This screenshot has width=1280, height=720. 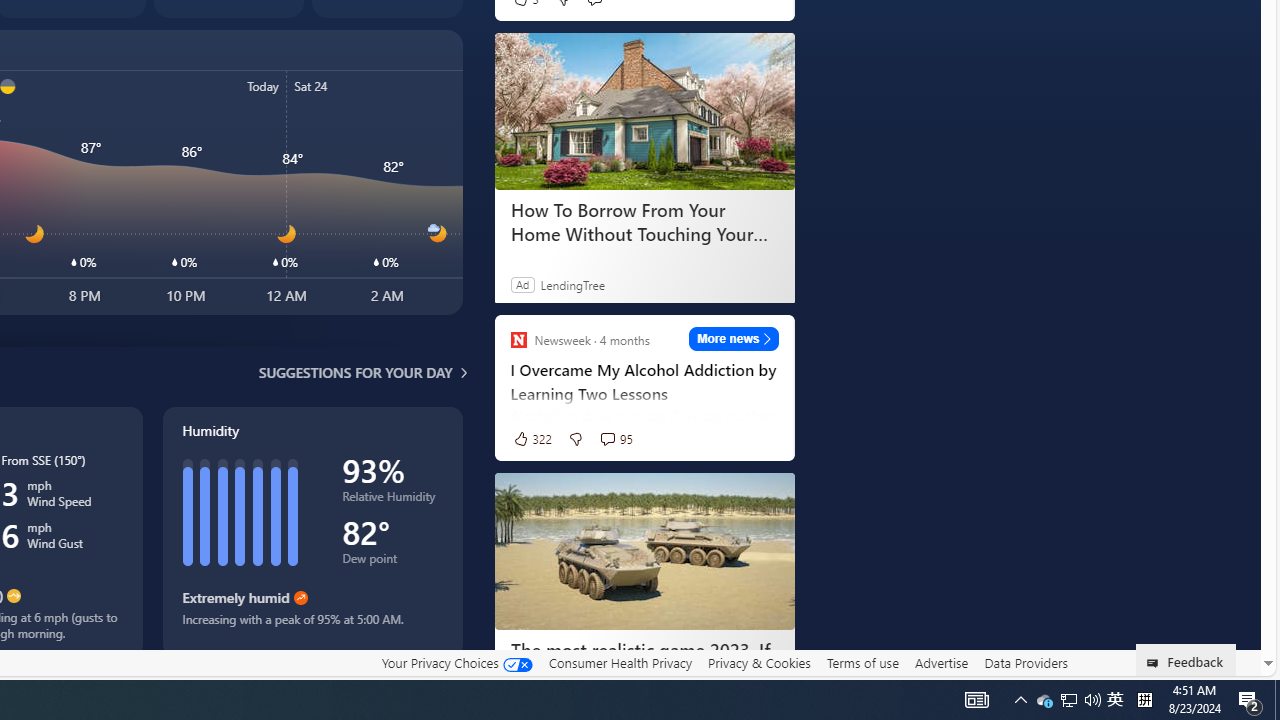 What do you see at coordinates (1025, 662) in the screenshot?
I see `'Data Providers'` at bounding box center [1025, 662].